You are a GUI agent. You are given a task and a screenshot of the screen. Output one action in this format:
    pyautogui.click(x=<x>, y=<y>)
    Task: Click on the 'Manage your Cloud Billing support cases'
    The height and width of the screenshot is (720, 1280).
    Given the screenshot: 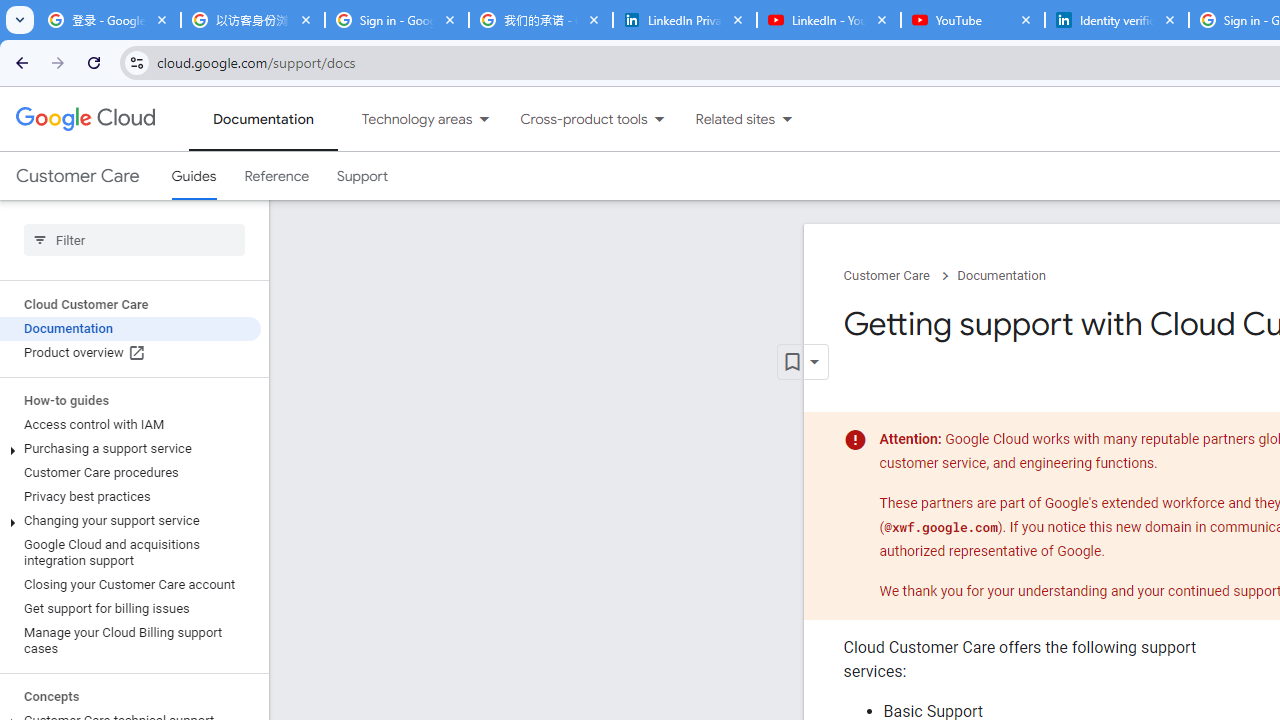 What is the action you would take?
    pyautogui.click(x=129, y=640)
    